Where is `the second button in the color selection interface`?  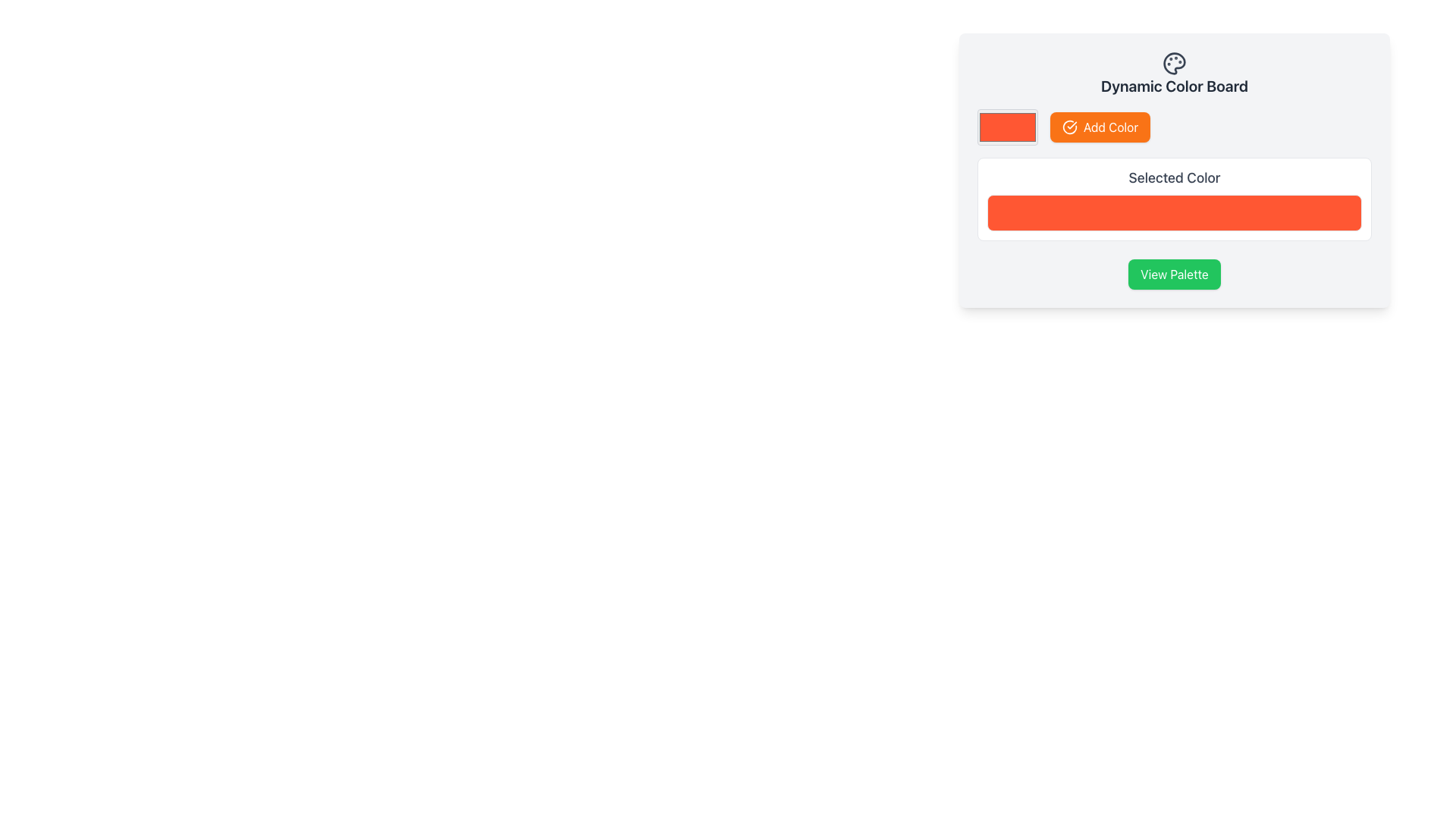
the second button in the color selection interface is located at coordinates (1100, 127).